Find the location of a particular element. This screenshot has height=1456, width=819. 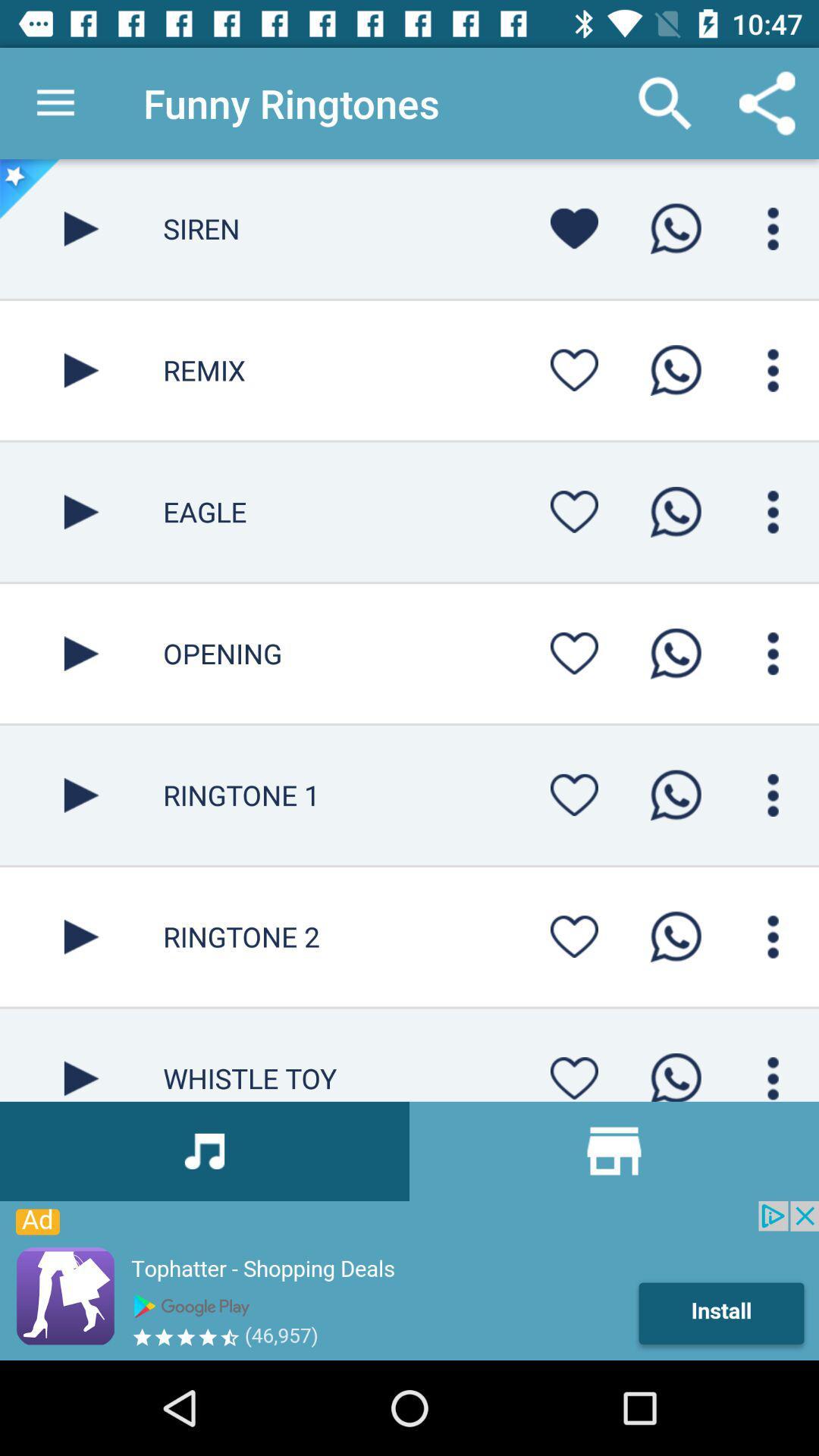

ringtone is located at coordinates (675, 1072).